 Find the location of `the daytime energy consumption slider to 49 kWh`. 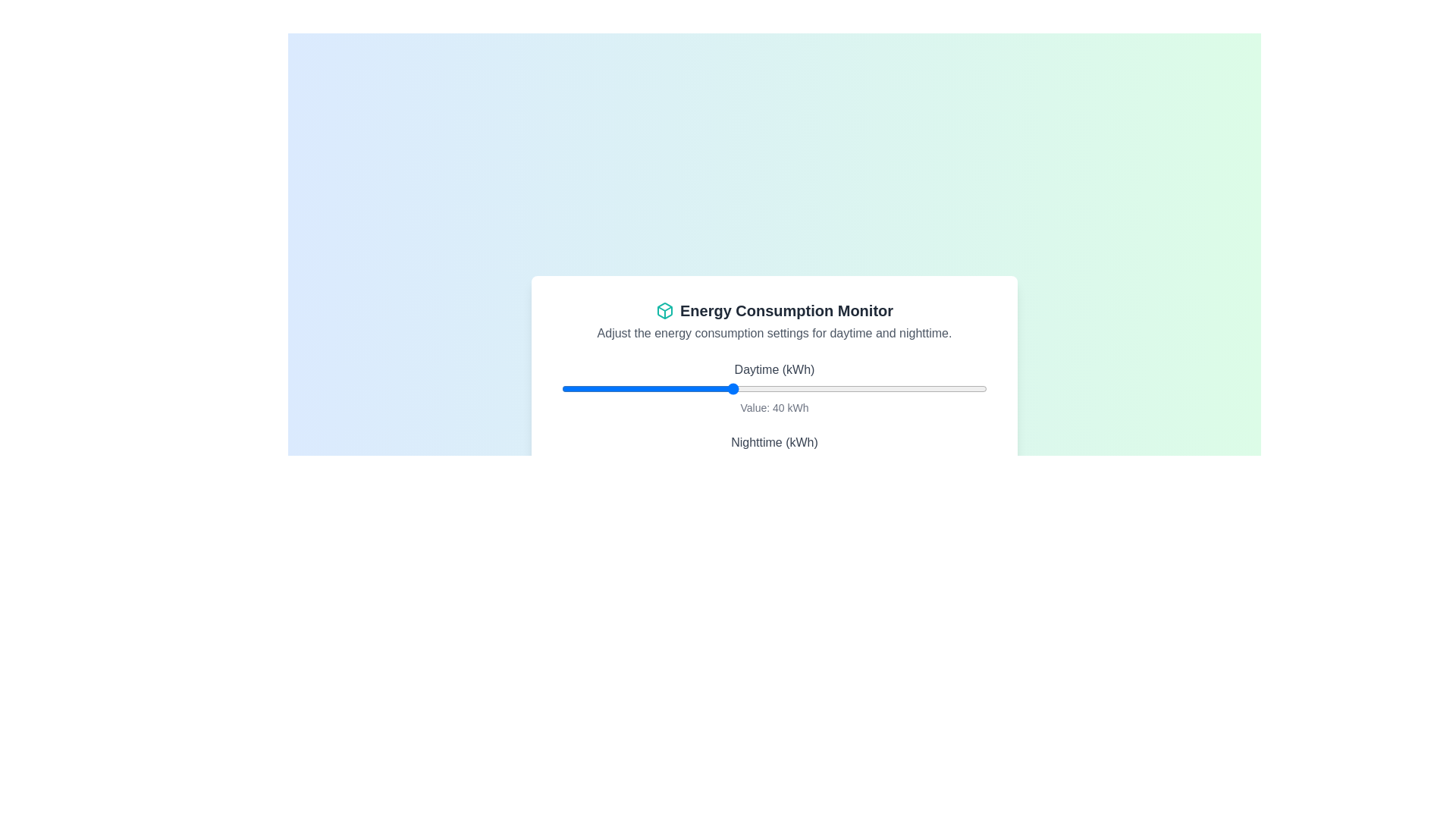

the daytime energy consumption slider to 49 kWh is located at coordinates (770, 388).